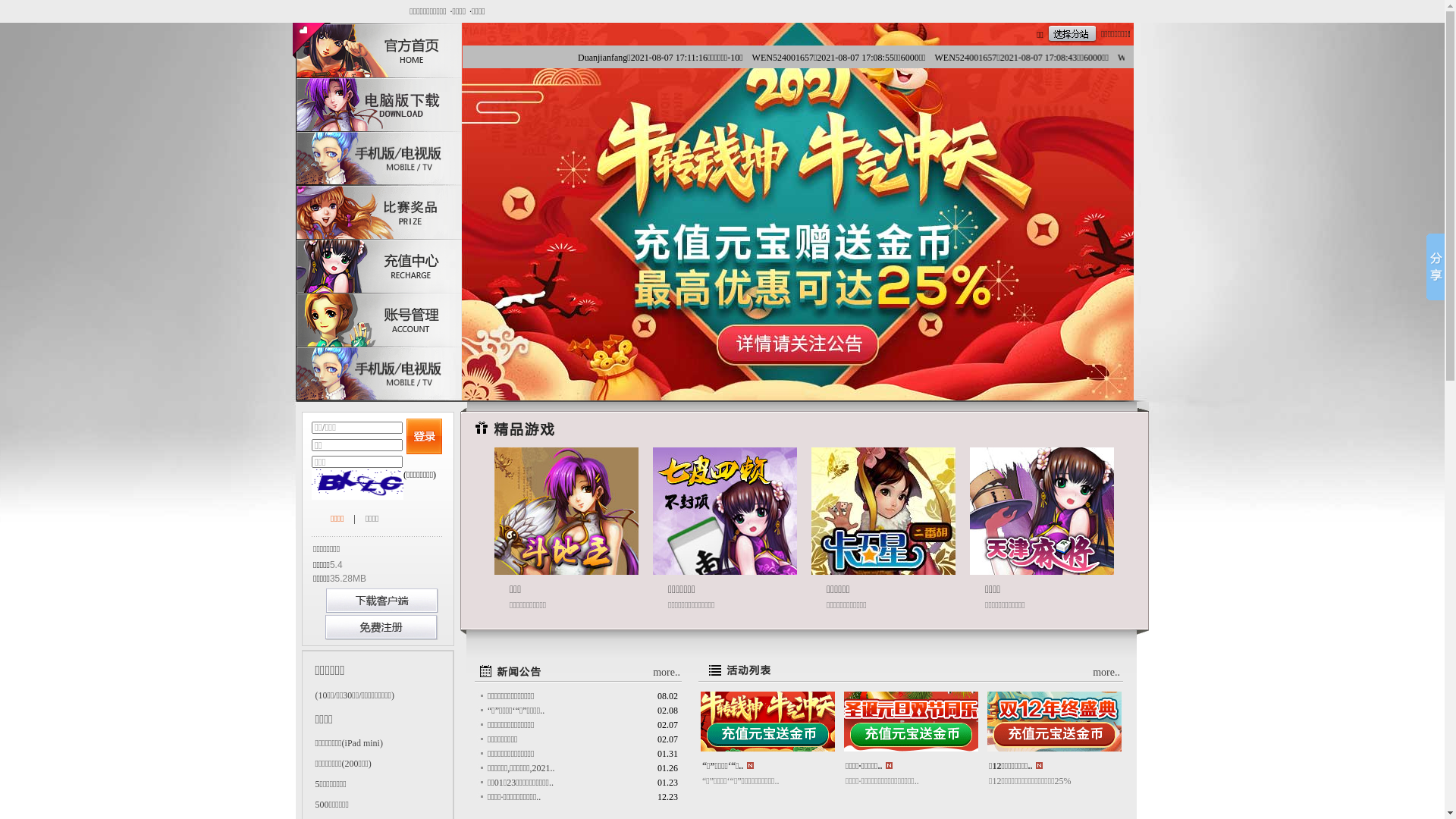  What do you see at coordinates (1106, 671) in the screenshot?
I see `'more..'` at bounding box center [1106, 671].